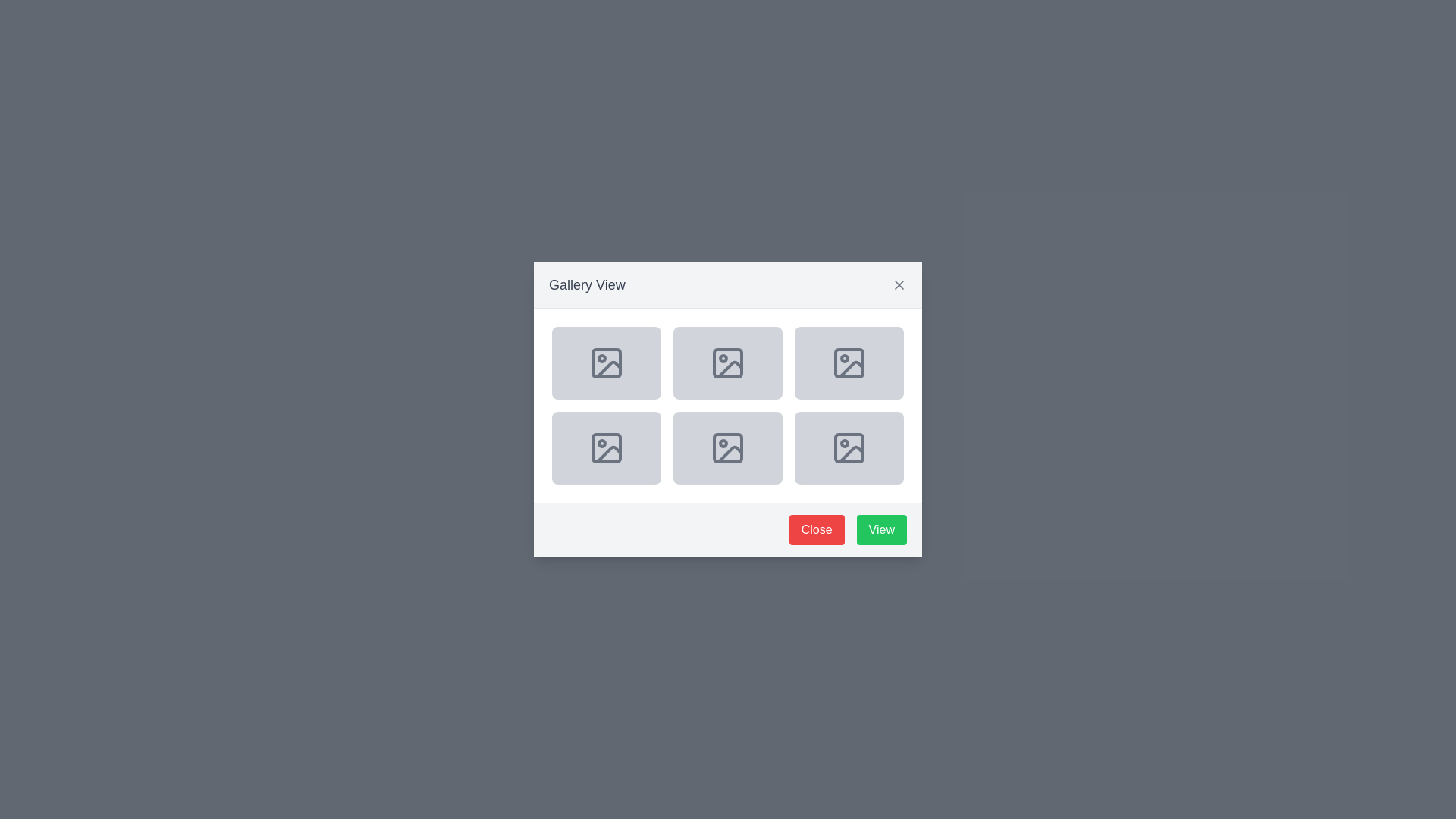 This screenshot has width=1456, height=819. Describe the element at coordinates (848, 362) in the screenshot. I see `the SVG rectangle representing the image thumbnail in the top-right cell of the gallery grid` at that location.